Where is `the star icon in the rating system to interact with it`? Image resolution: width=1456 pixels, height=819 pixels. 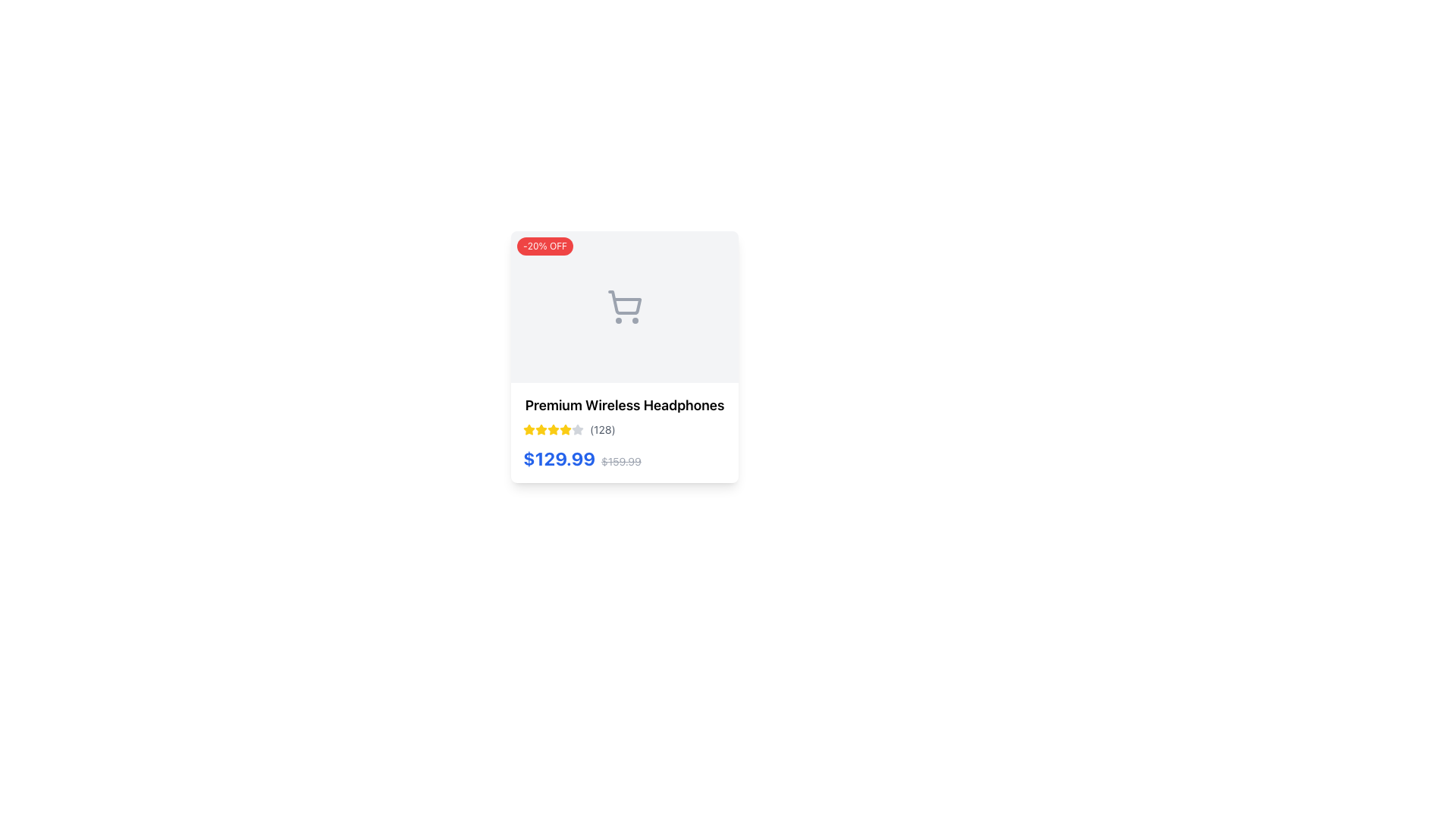
the star icon in the rating system to interact with it is located at coordinates (529, 429).